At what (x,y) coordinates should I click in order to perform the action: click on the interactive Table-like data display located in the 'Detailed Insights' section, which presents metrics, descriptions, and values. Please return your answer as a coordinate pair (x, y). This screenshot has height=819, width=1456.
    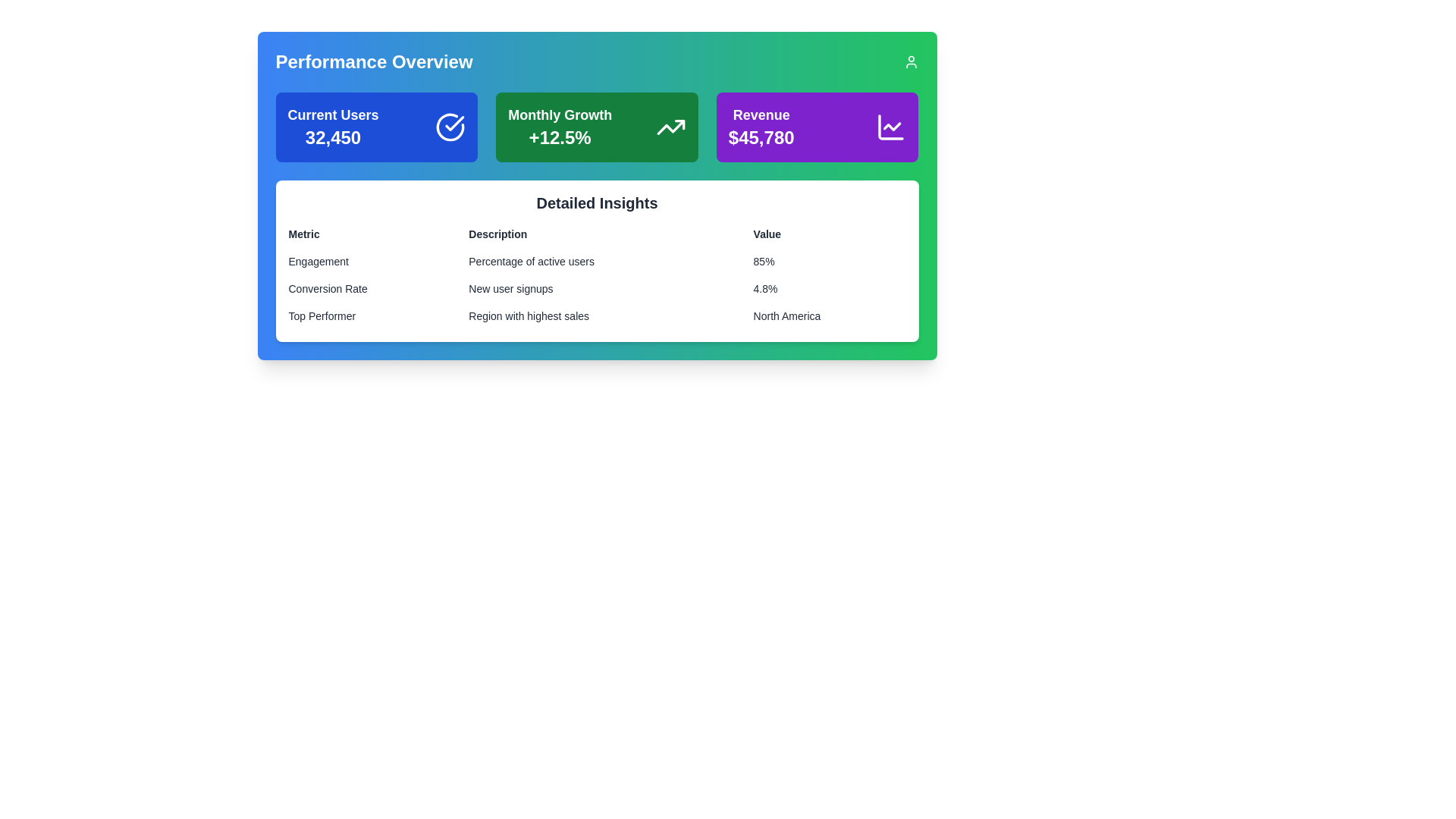
    Looking at the image, I should click on (596, 278).